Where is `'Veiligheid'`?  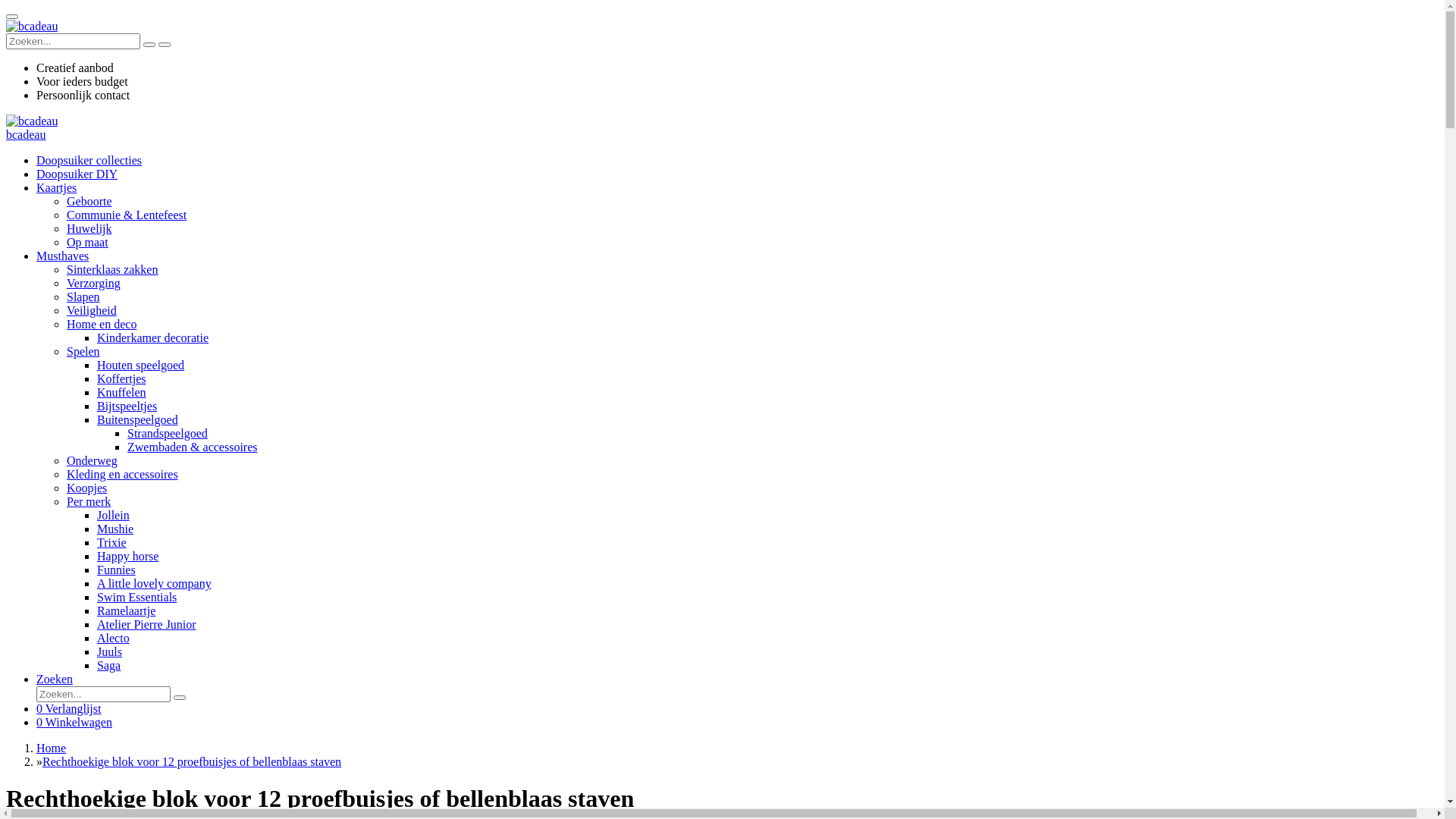
'Veiligheid' is located at coordinates (90, 309).